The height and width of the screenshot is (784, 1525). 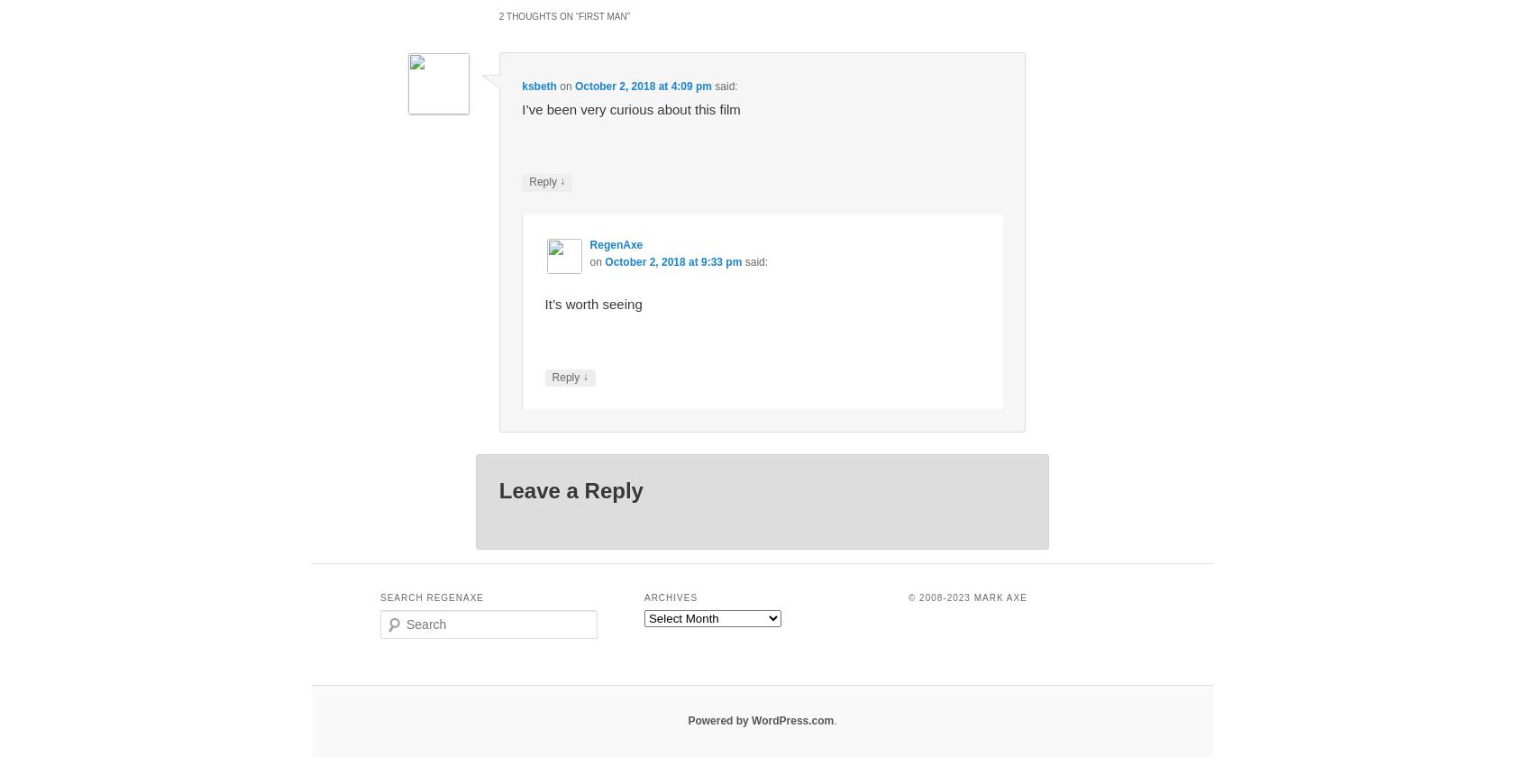 What do you see at coordinates (630, 107) in the screenshot?
I see `'I’ve been very curious about this film'` at bounding box center [630, 107].